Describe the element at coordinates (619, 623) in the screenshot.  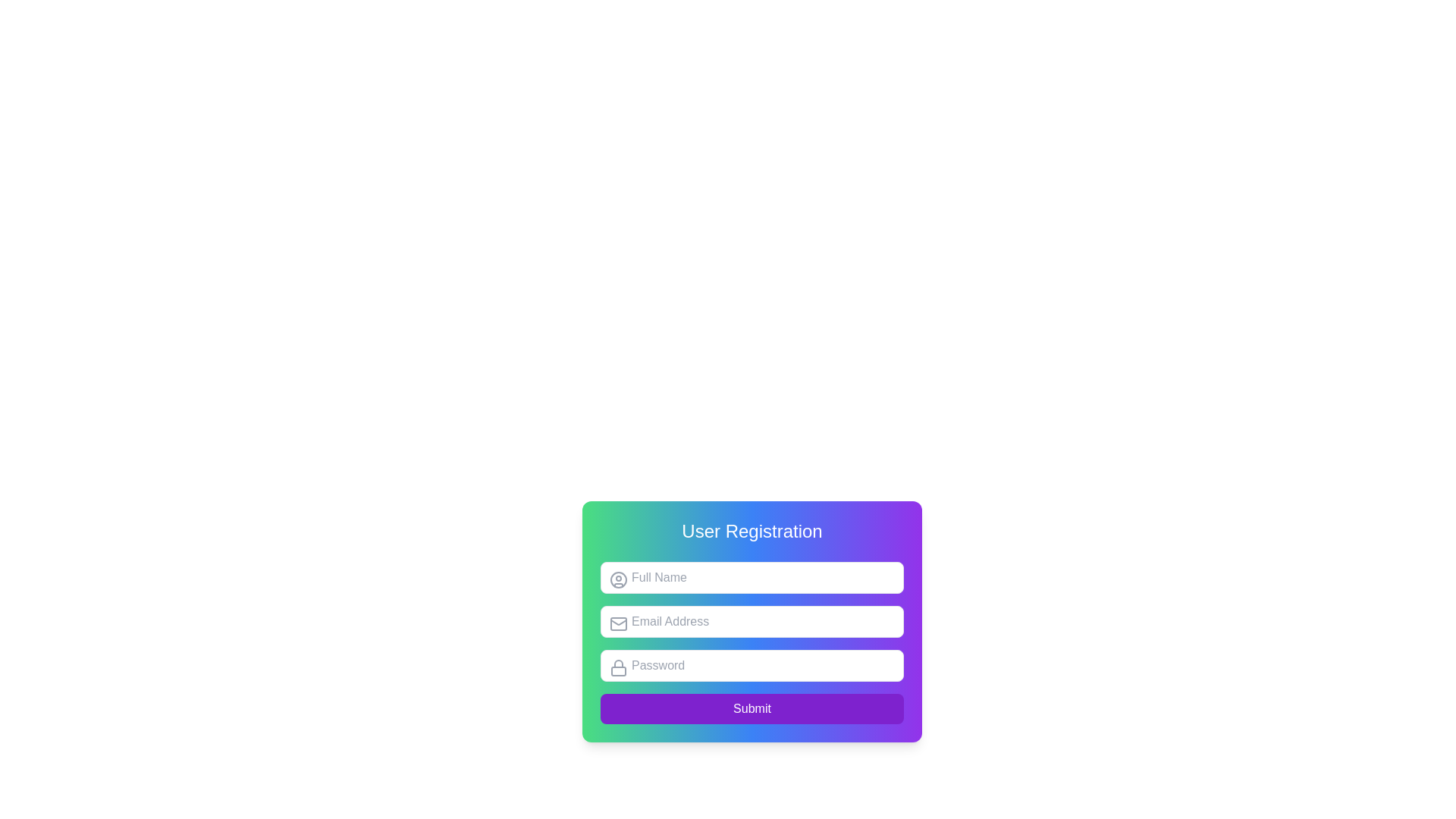
I see `the small rectangular graphic with rounded corners that represents the envelope icon in the 'User Registration' form, located above the 'Email Address' text field` at that location.